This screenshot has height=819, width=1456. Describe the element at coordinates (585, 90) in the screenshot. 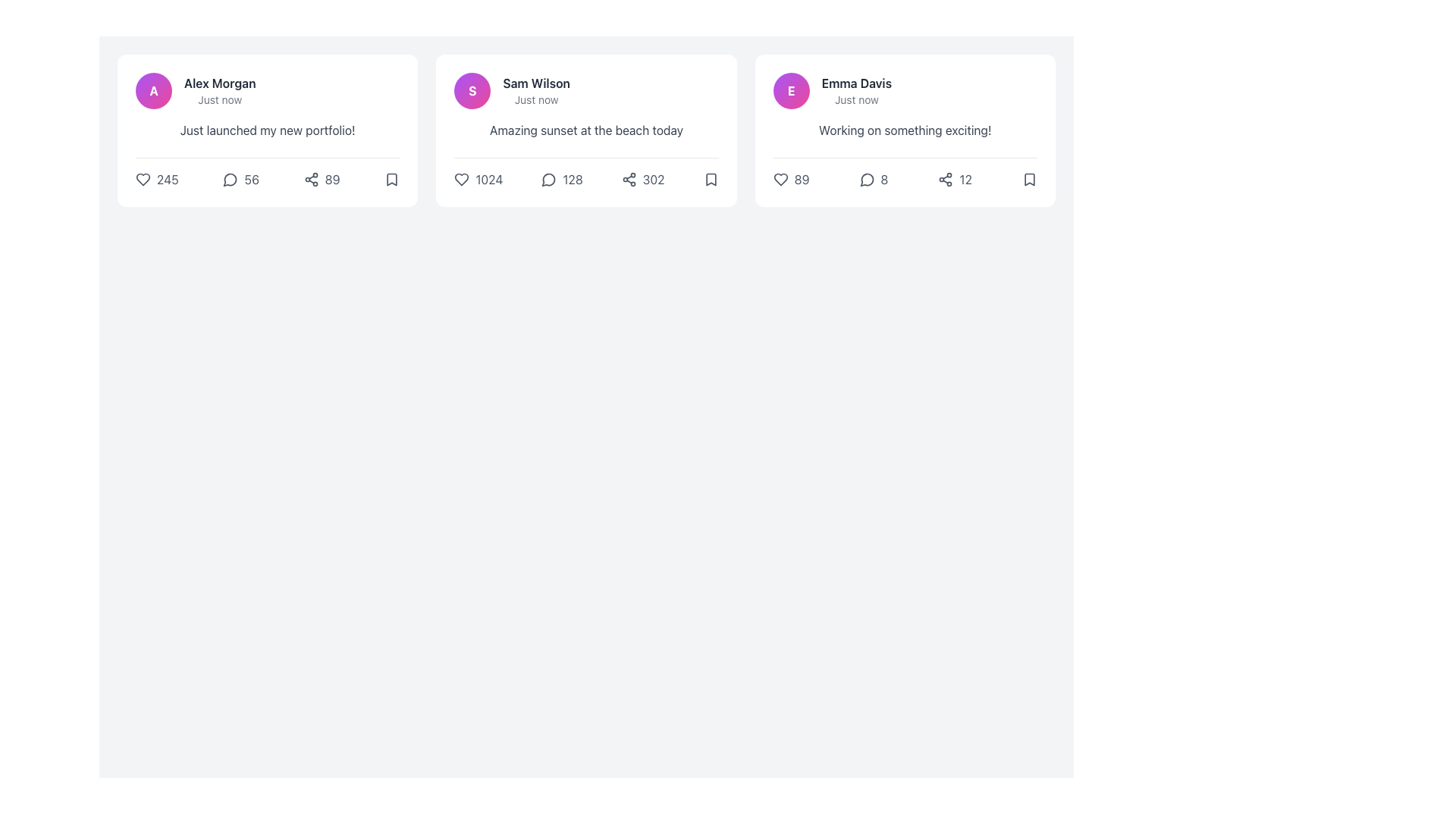

I see `the user's name or avatar in the User profile display with timestamp located in the center card of a three-card layout` at that location.